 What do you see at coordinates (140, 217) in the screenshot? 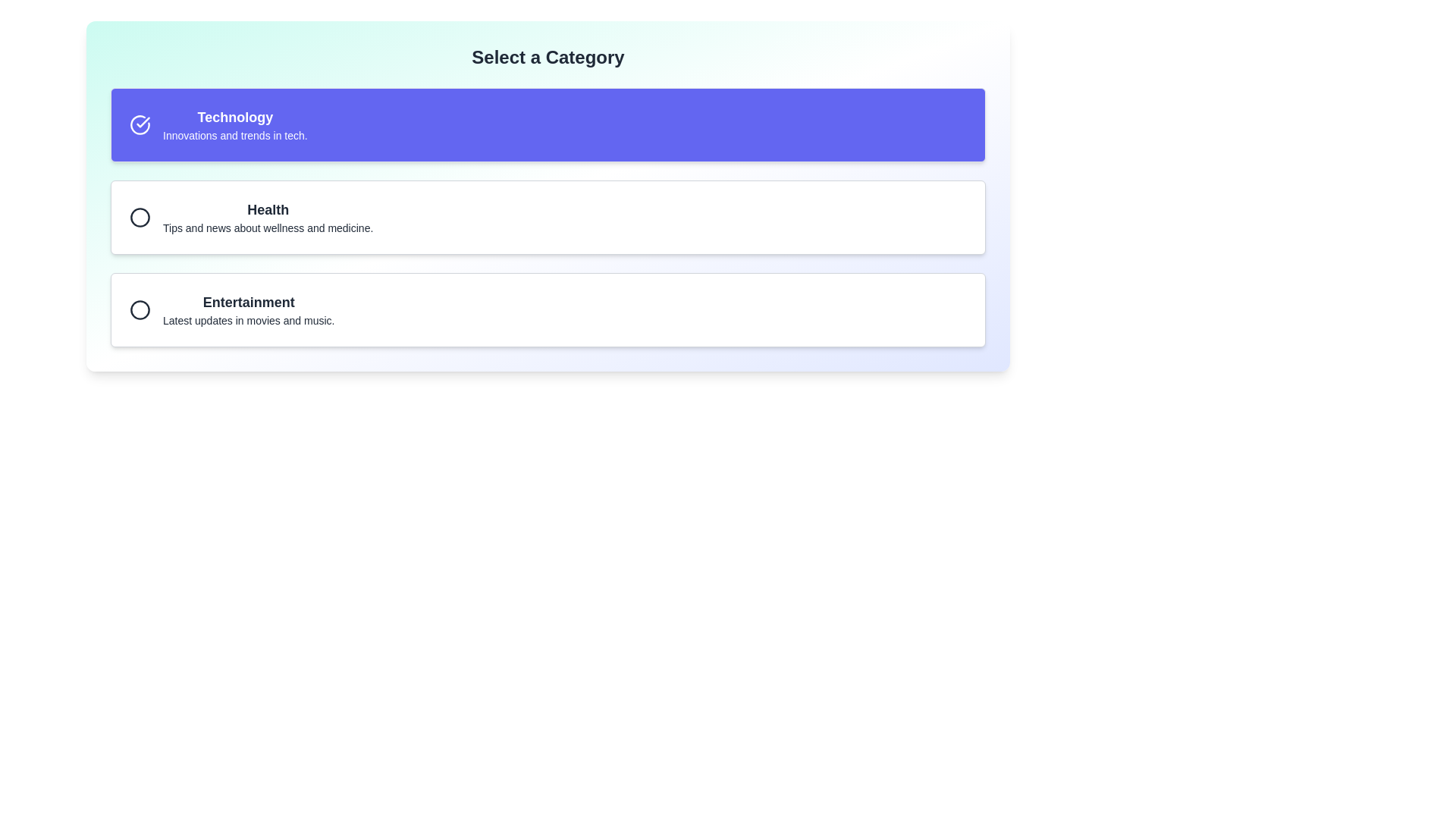
I see `the decorative marker icon located to the left of the 'Health' title in the category list` at bounding box center [140, 217].